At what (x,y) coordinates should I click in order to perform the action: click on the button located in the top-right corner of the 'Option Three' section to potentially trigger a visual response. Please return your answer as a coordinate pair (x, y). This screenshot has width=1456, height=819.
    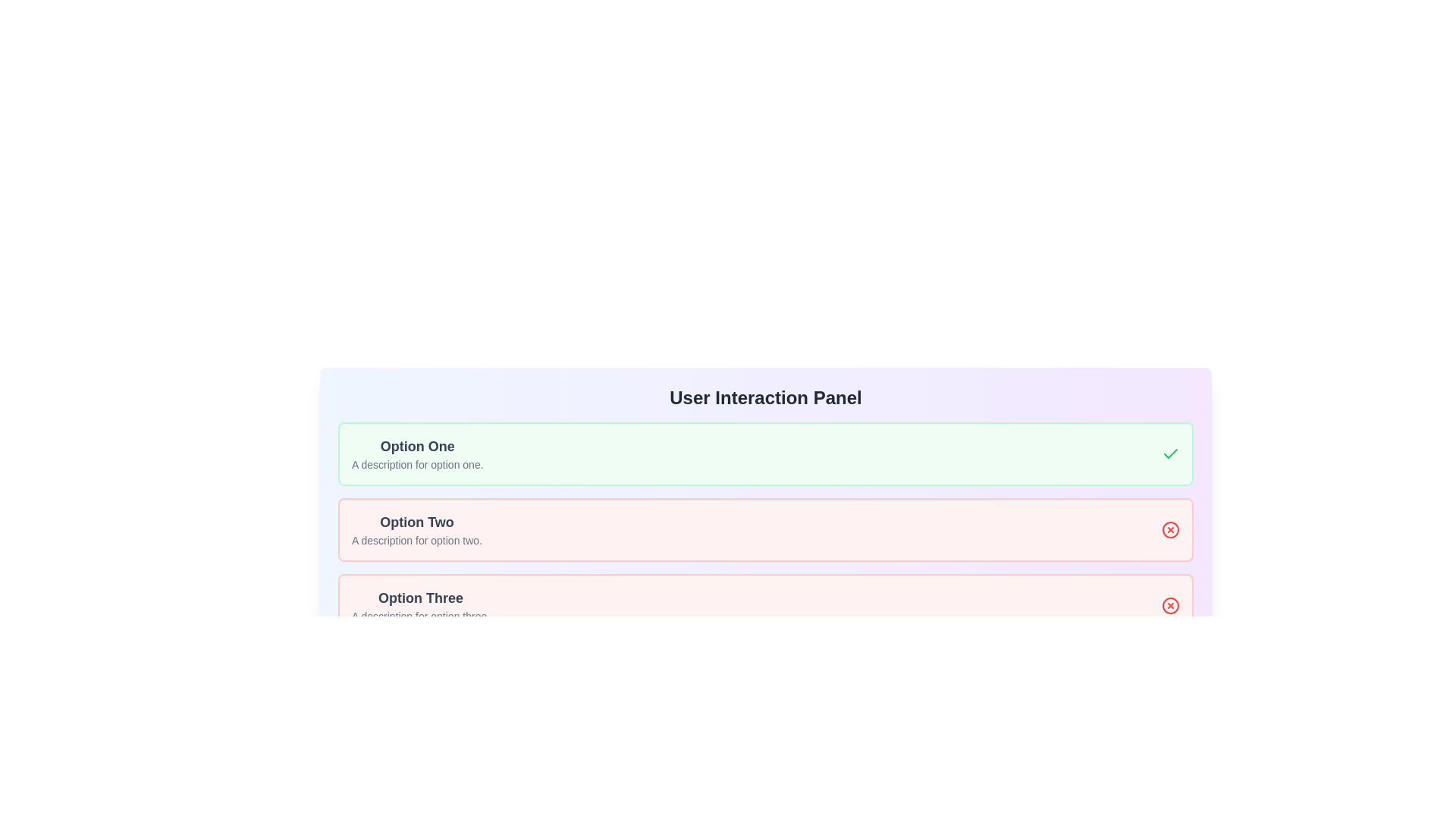
    Looking at the image, I should click on (1170, 604).